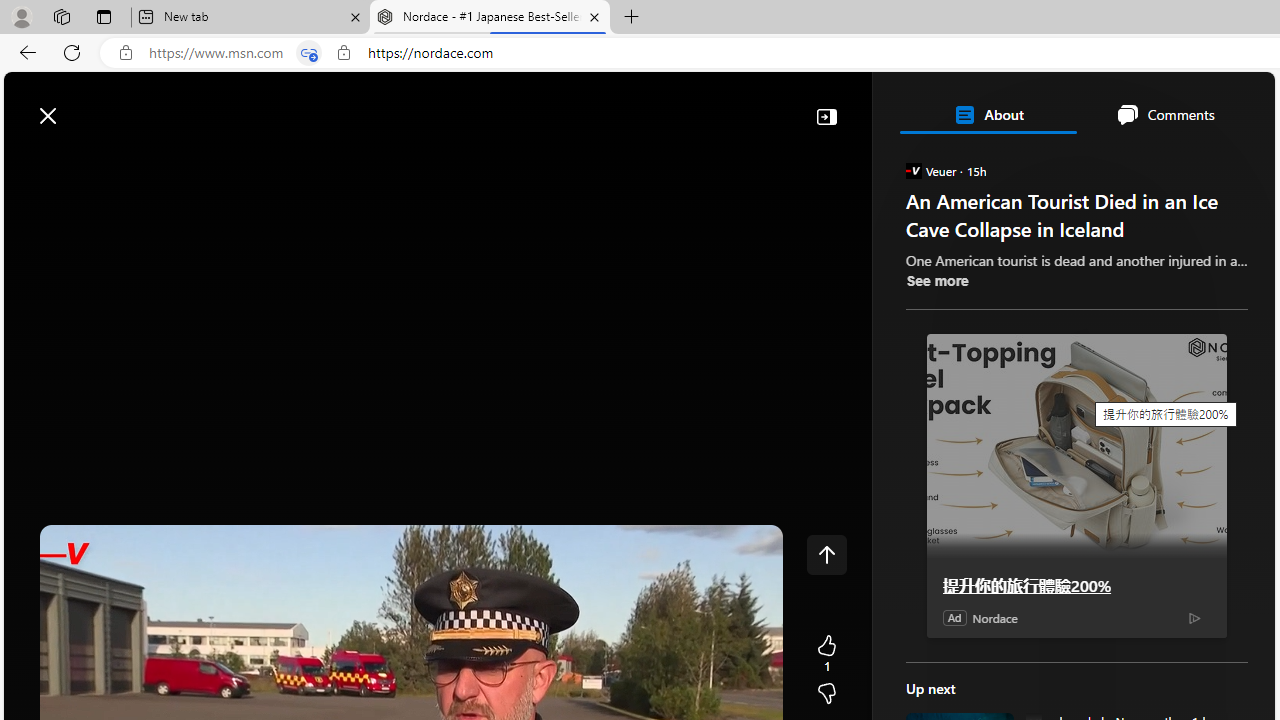  I want to click on 'Nordace - #1 Japanese Best-Seller - Siena Smart Backpack', so click(490, 17).